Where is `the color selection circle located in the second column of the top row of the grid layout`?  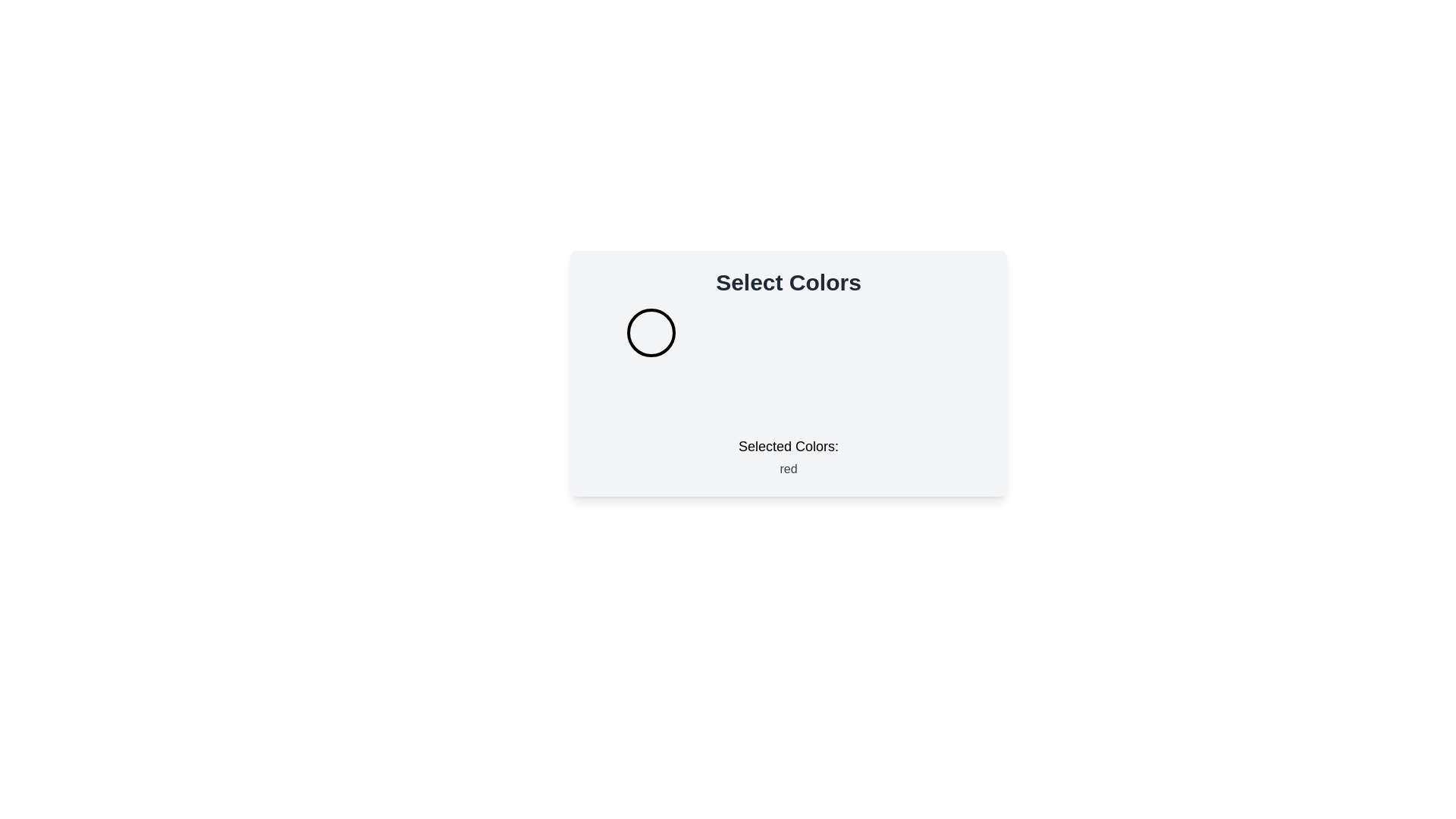
the color selection circle located in the second column of the top row of the grid layout is located at coordinates (789, 332).